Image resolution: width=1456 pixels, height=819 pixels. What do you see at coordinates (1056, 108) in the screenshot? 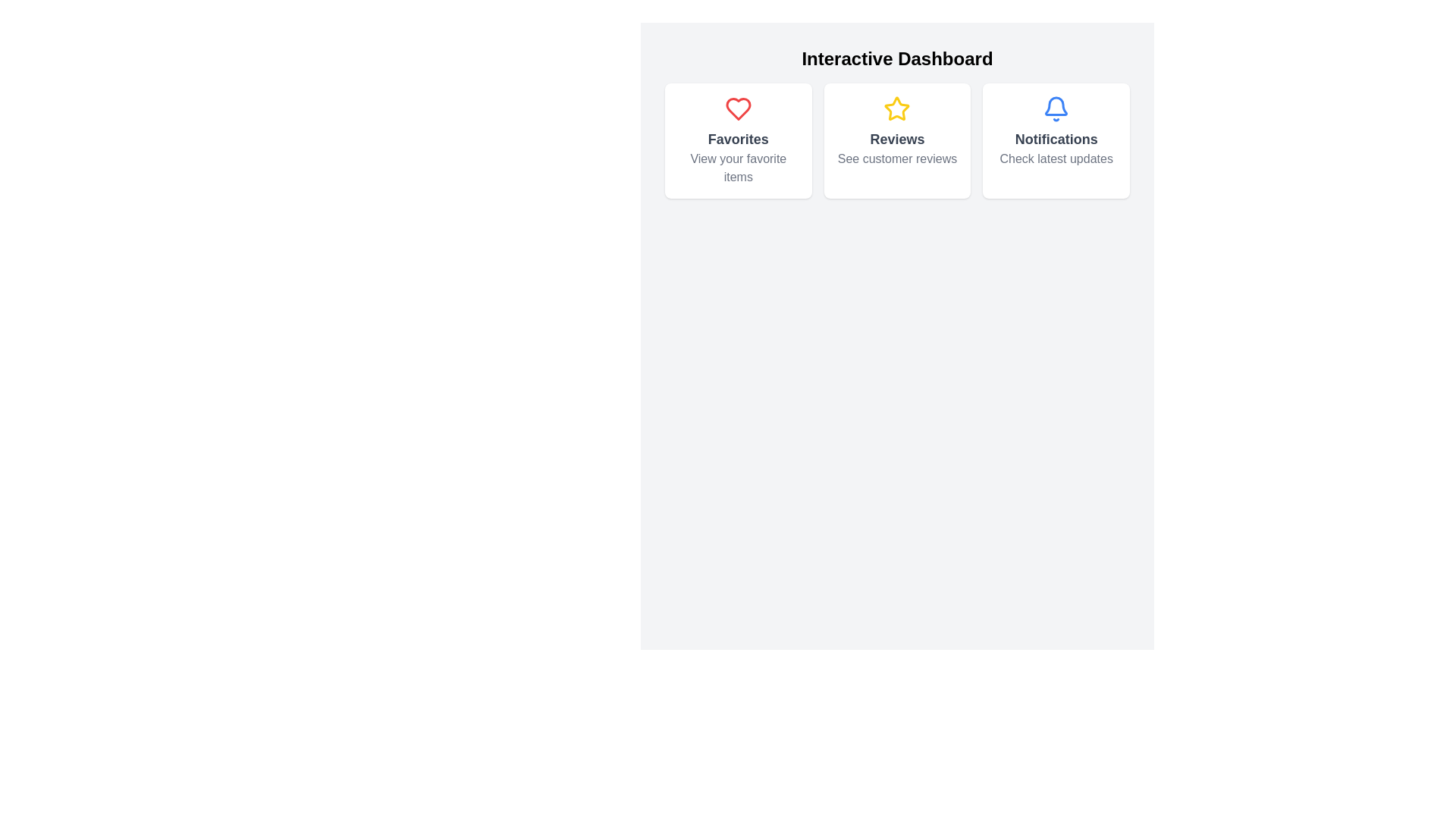
I see `the bell-shaped Notifications icon located in the top-right section of the interface` at bounding box center [1056, 108].